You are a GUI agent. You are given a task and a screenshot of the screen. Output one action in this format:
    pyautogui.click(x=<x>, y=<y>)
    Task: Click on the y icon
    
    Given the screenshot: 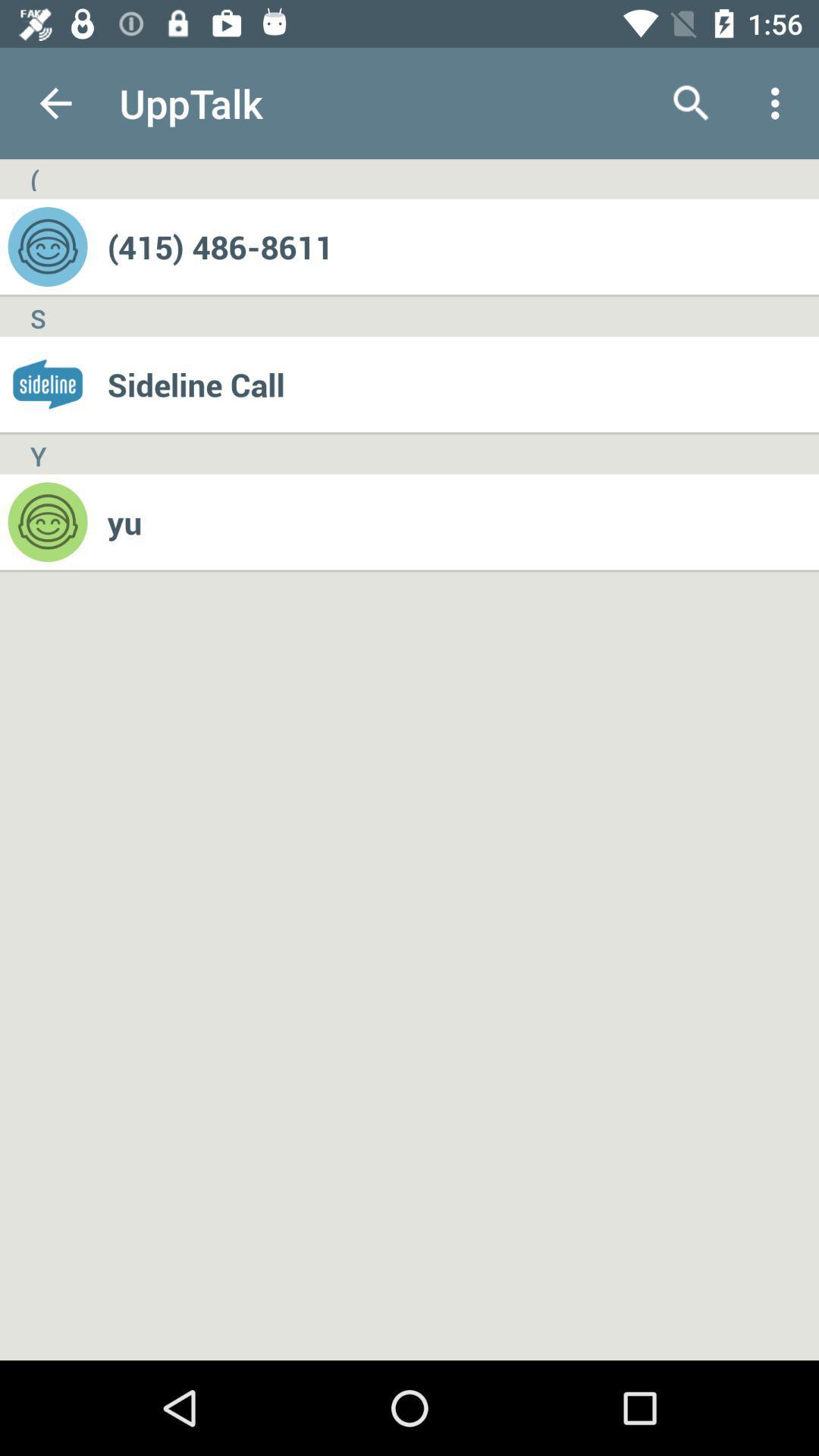 What is the action you would take?
    pyautogui.click(x=37, y=453)
    